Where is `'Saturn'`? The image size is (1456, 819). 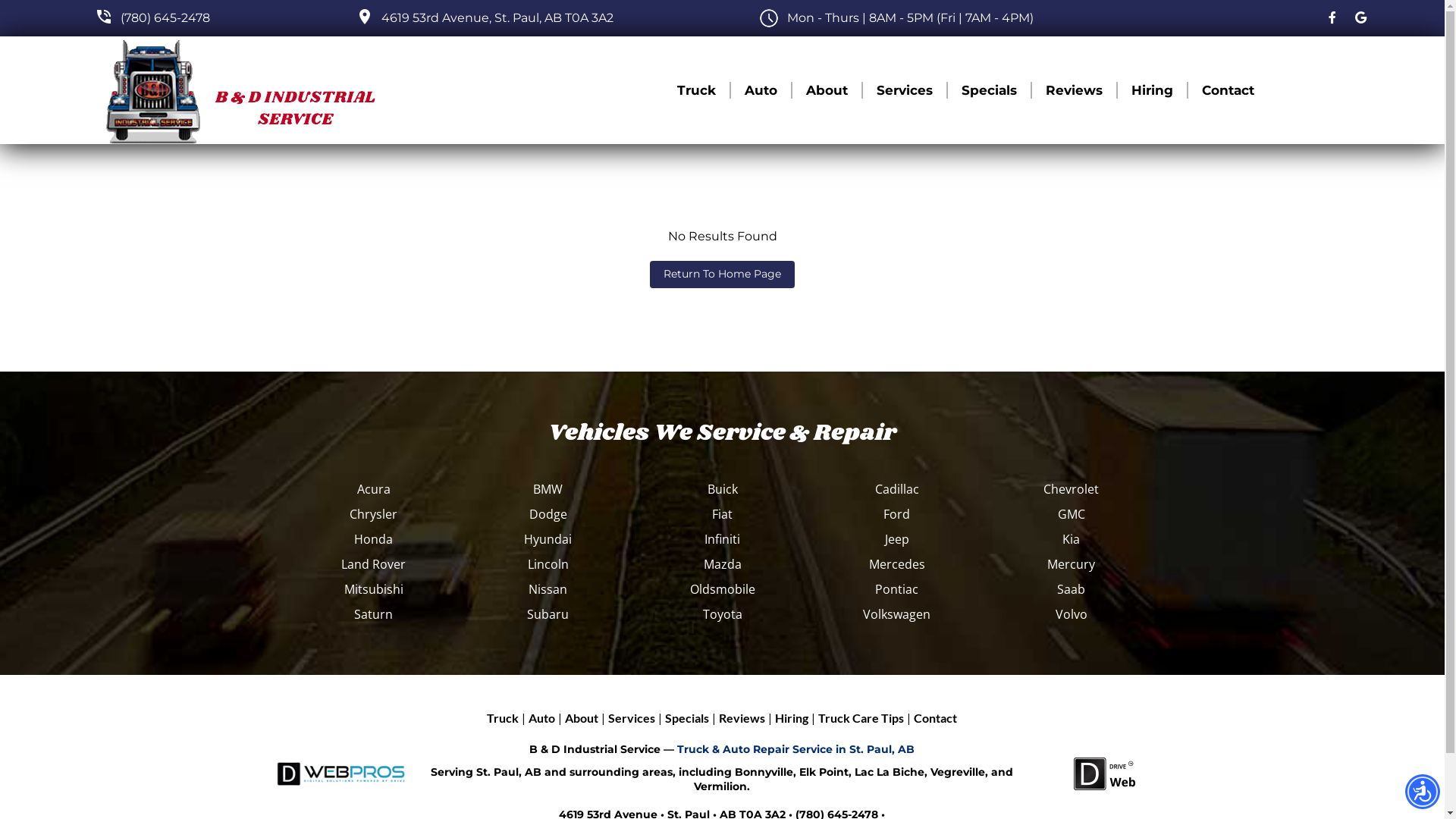
'Saturn' is located at coordinates (374, 614).